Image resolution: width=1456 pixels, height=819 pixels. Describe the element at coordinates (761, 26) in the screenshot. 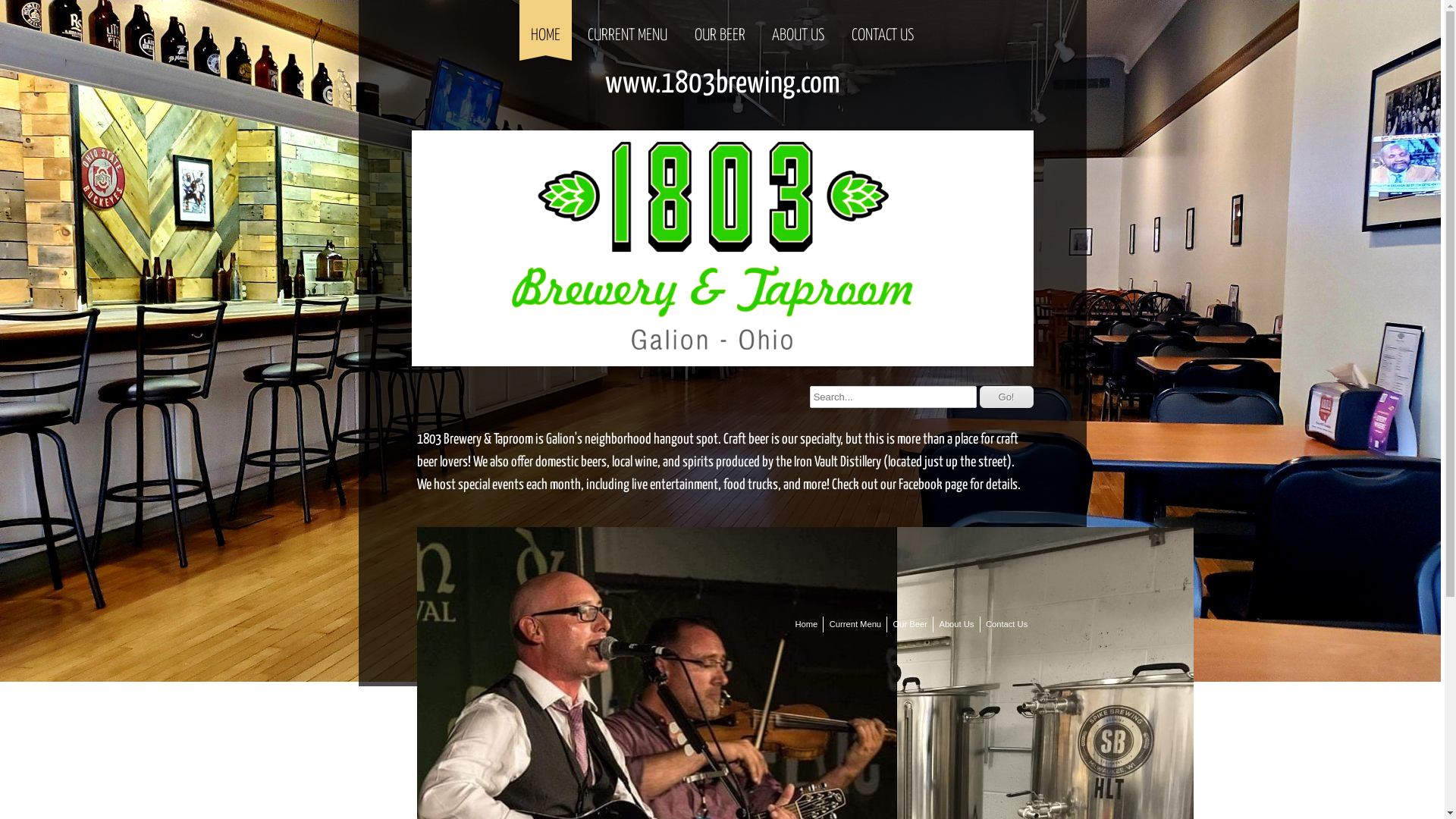

I see `'ABOUT US'` at that location.